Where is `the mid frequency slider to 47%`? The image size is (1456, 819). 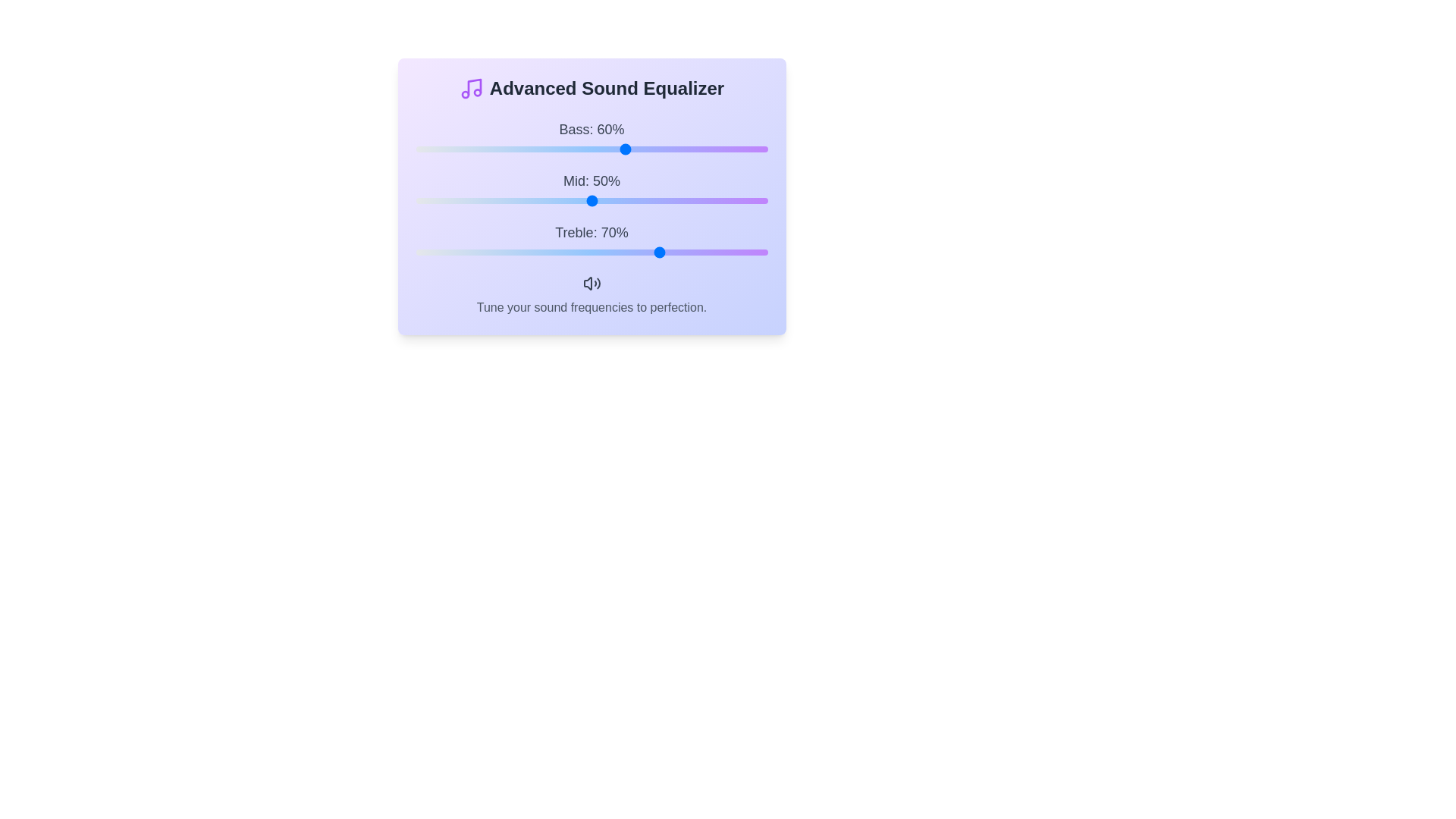 the mid frequency slider to 47% is located at coordinates (580, 200).